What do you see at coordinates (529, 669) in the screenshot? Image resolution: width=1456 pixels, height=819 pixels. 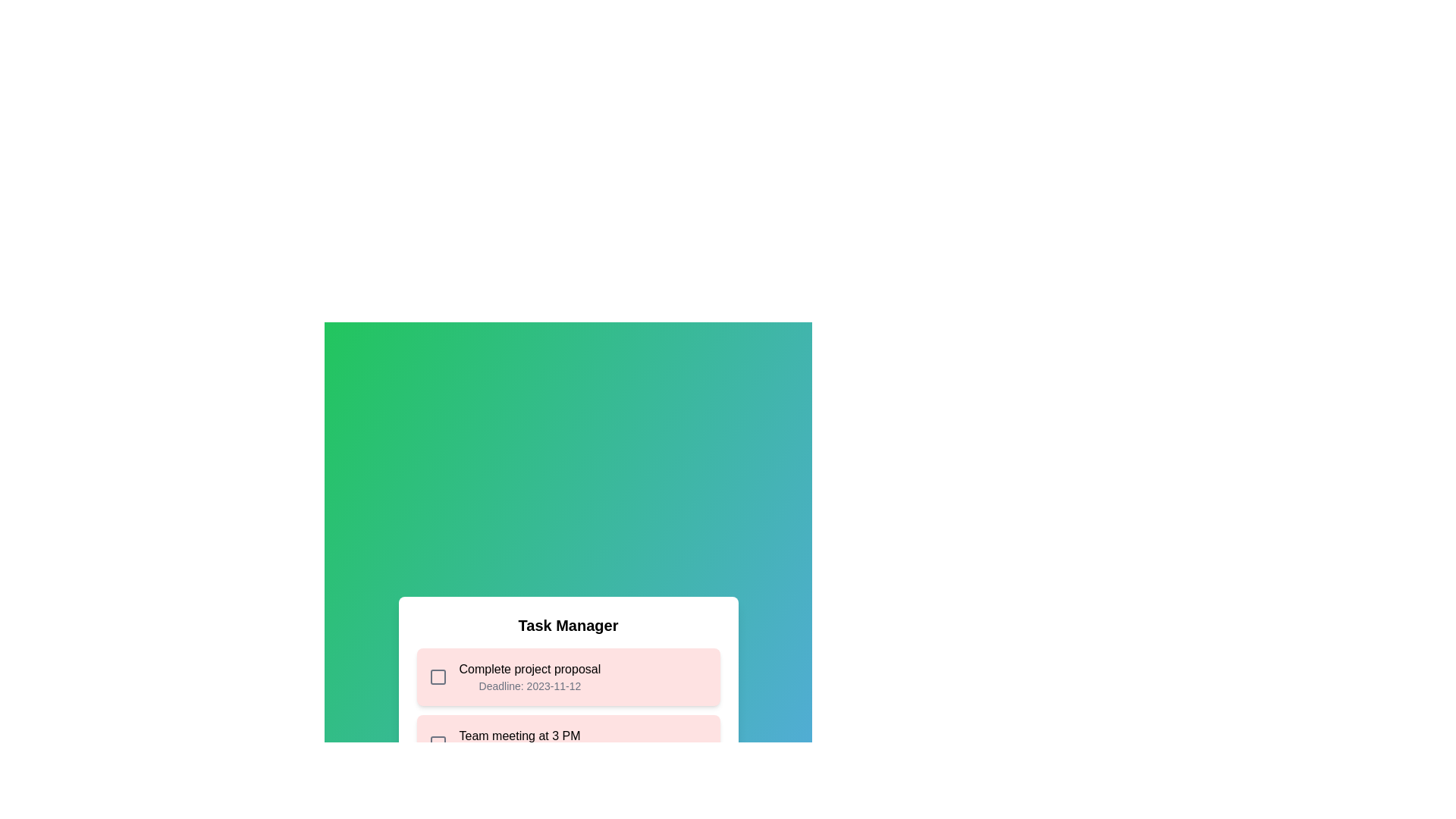 I see `the text label 'Complete project proposal' which is positioned at the top of the task card in the Task Manager section` at bounding box center [529, 669].